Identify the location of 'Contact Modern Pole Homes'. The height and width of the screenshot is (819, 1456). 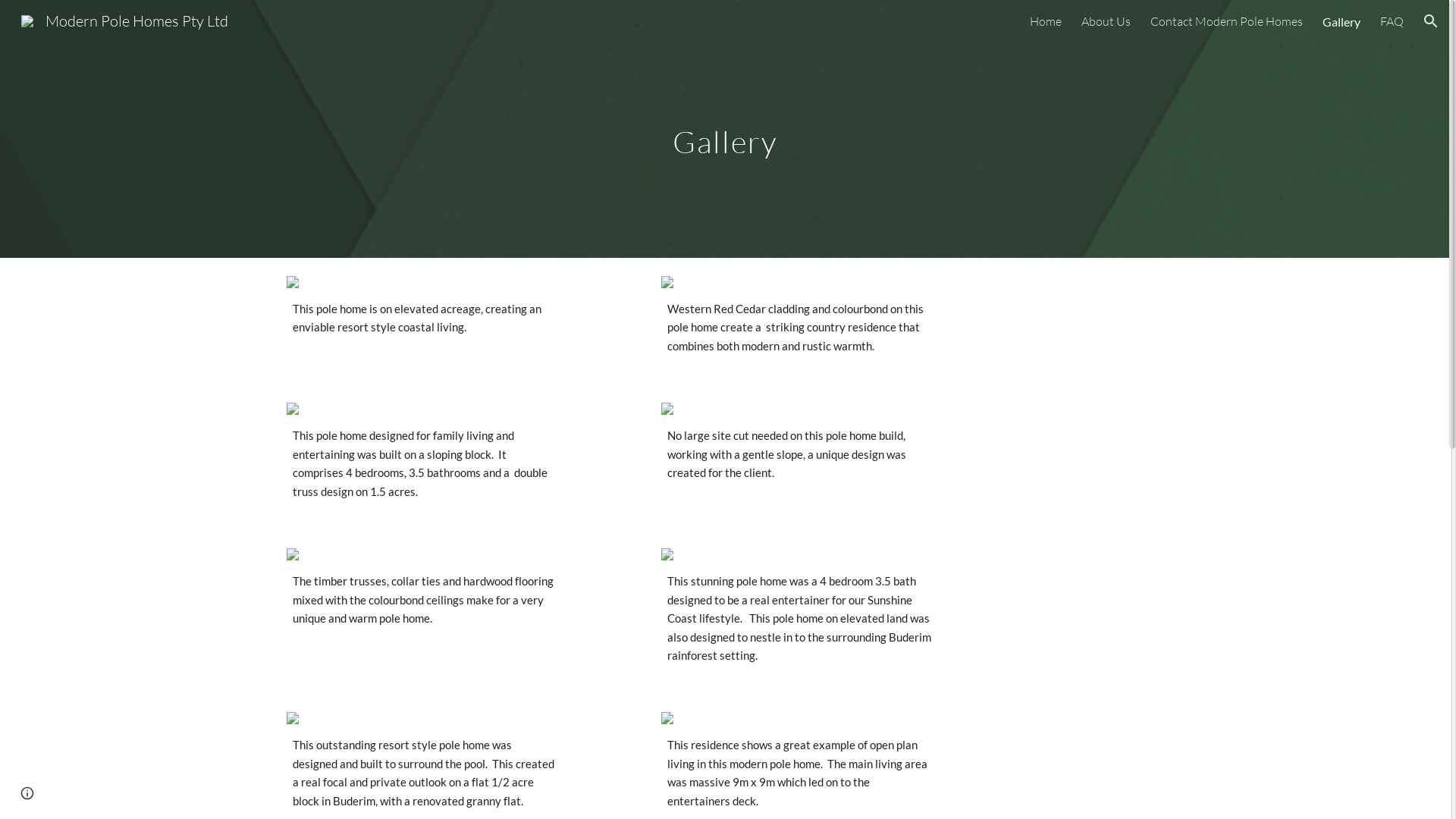
(1226, 20).